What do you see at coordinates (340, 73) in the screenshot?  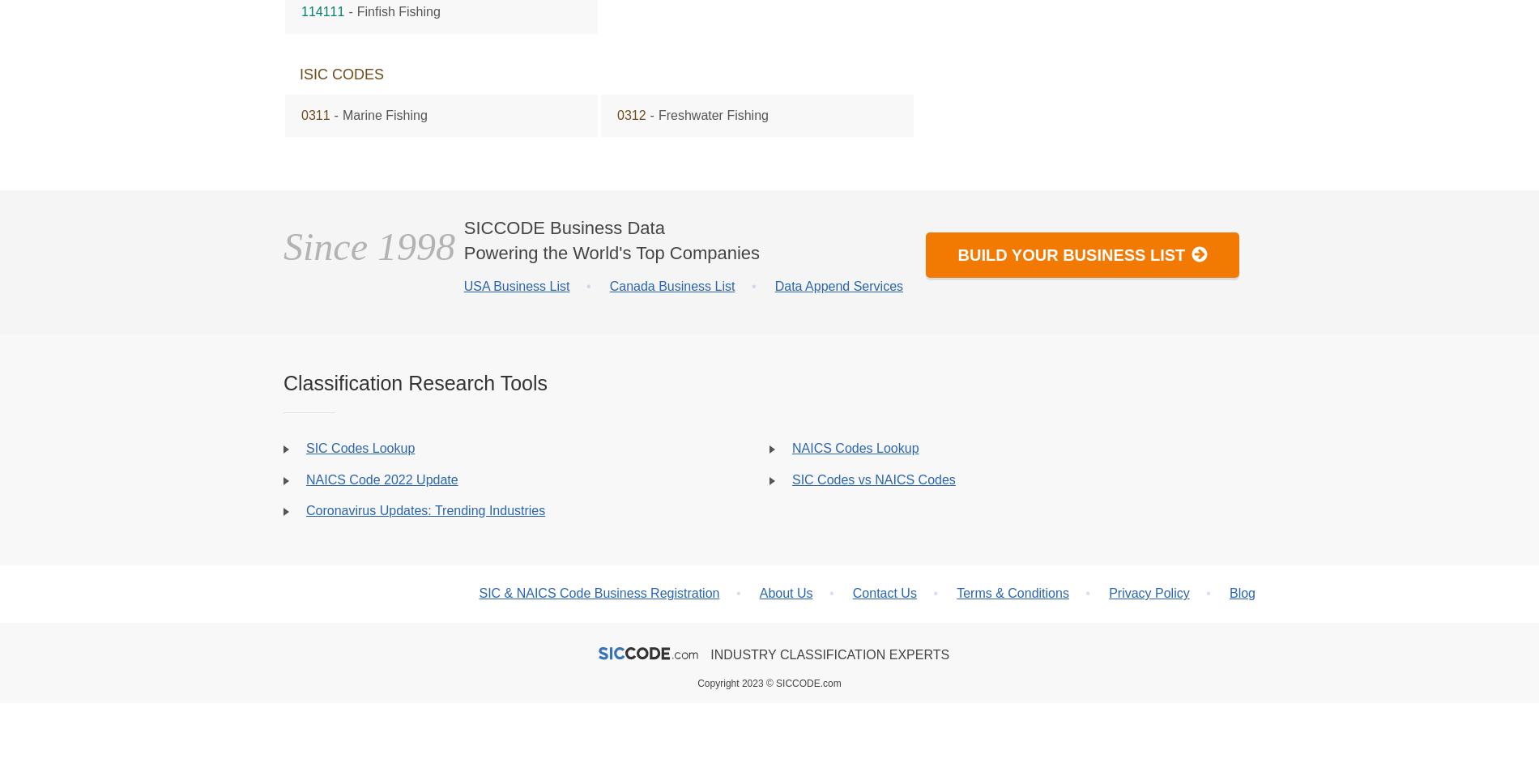 I see `'ISIC Codes'` at bounding box center [340, 73].